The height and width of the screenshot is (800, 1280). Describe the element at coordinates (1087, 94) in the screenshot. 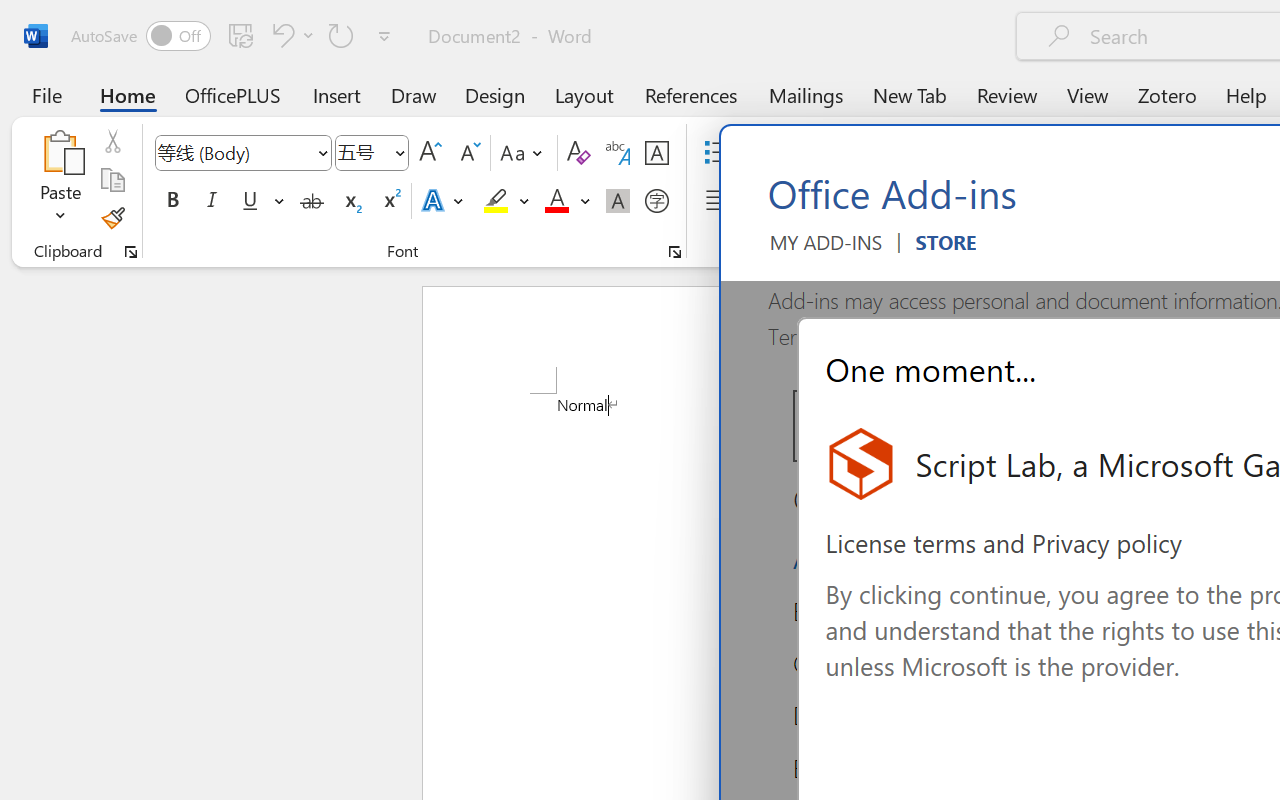

I see `'View'` at that location.